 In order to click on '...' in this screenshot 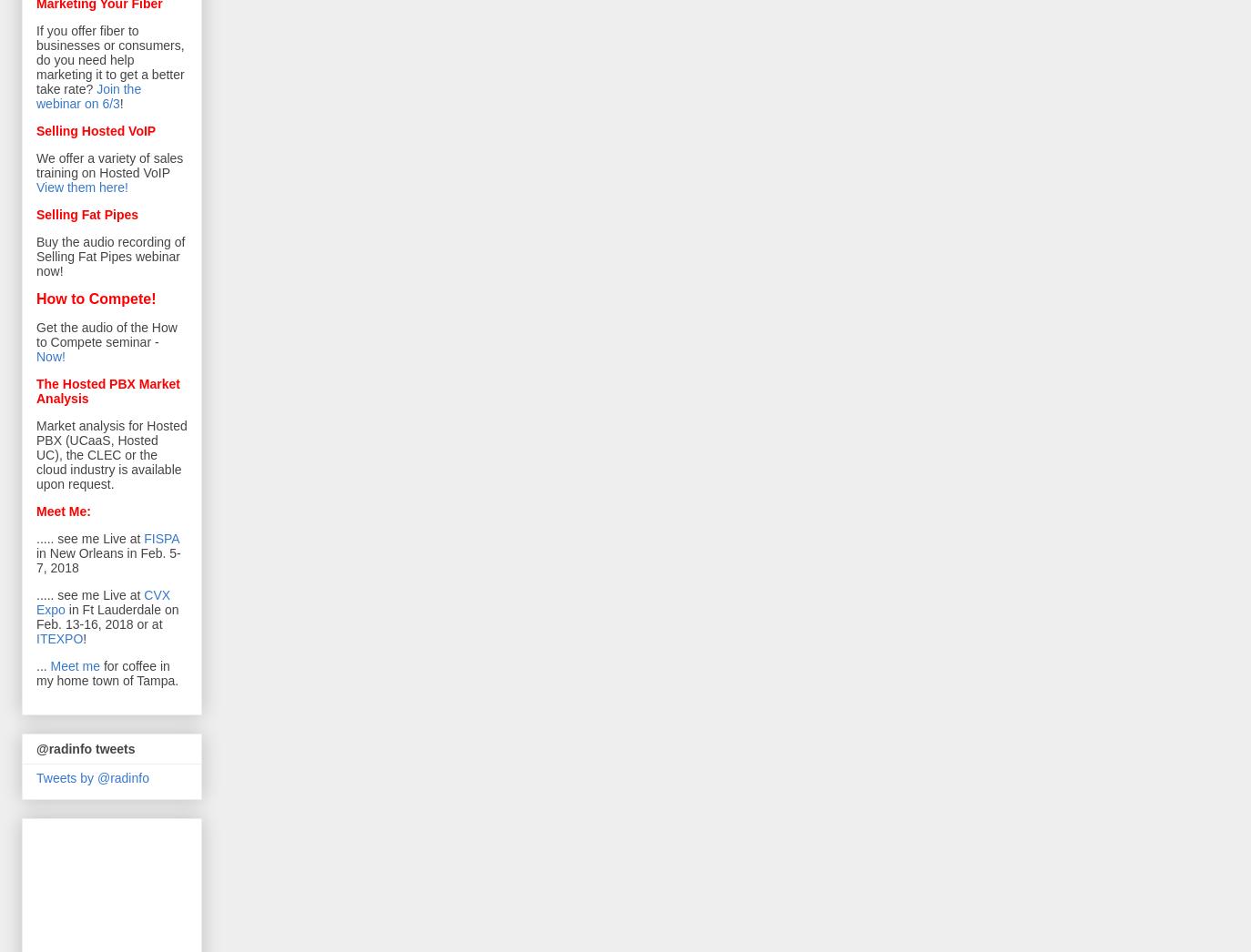, I will do `click(35, 665)`.